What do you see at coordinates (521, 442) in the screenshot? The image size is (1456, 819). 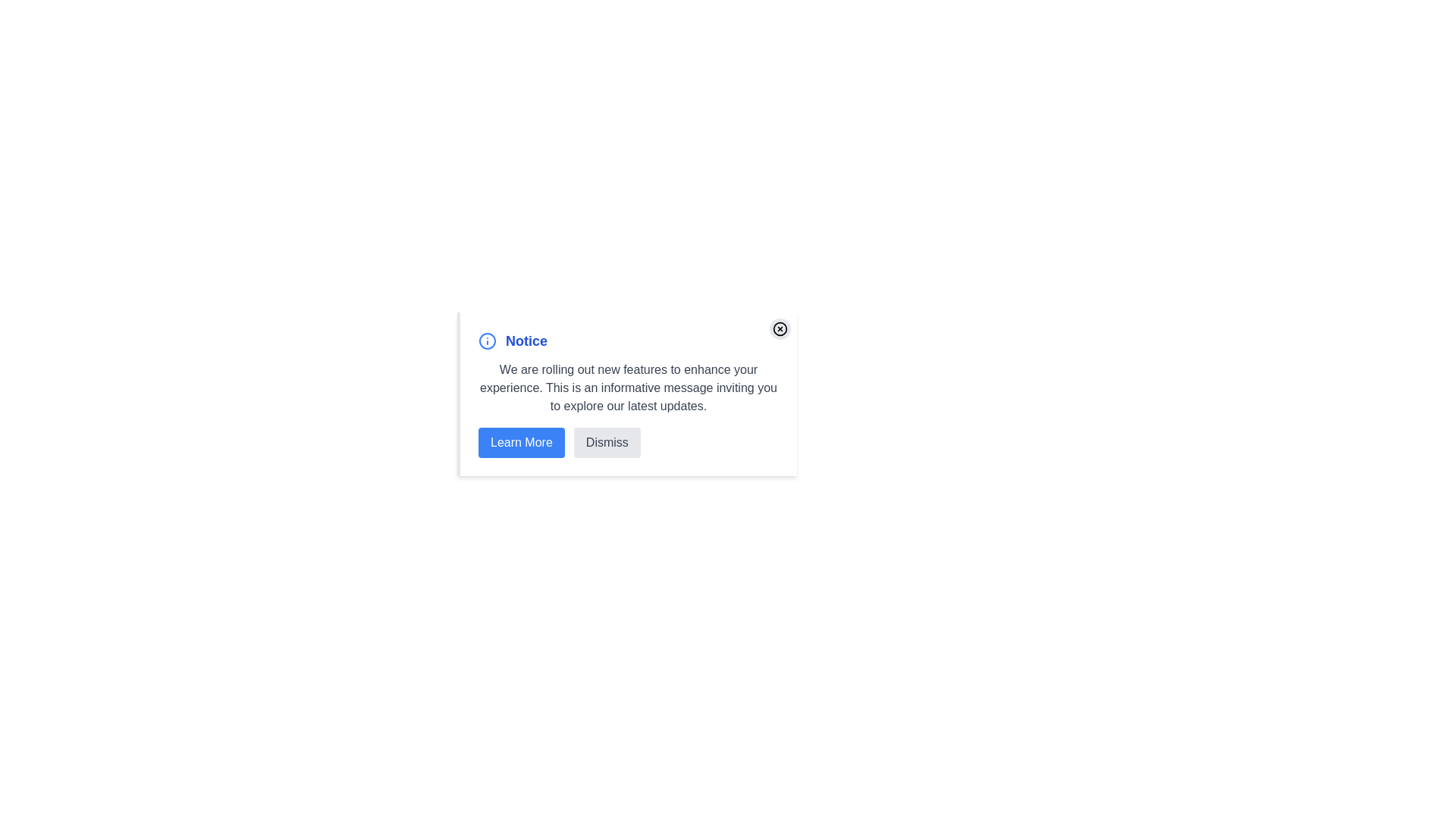 I see `the 'Learn More' button to proceed to the next step or view more details` at bounding box center [521, 442].